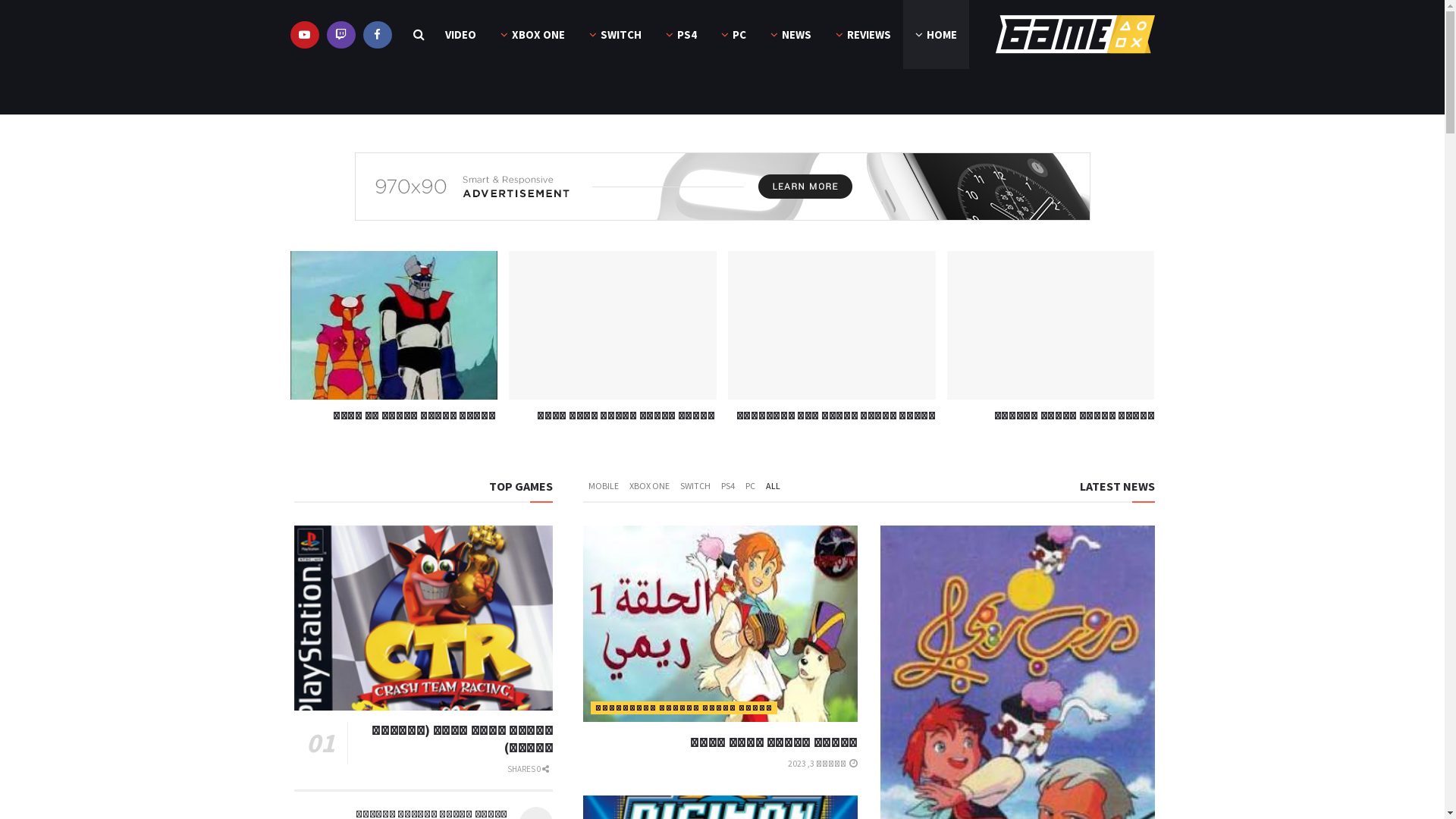  I want to click on 'PS4', so click(728, 485).